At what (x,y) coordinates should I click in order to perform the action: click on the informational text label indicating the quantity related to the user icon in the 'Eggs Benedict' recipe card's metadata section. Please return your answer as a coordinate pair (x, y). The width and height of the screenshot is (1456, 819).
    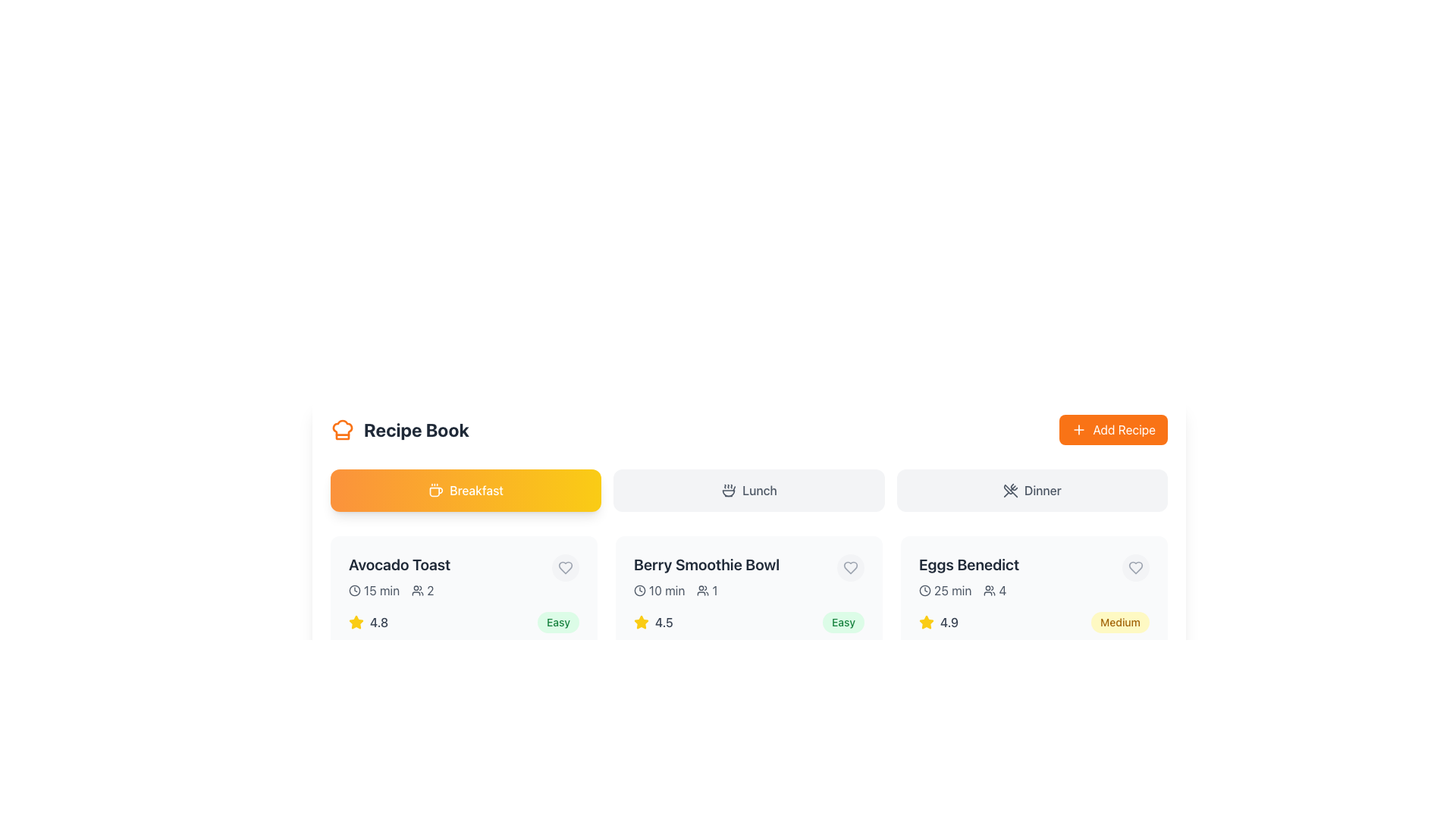
    Looking at the image, I should click on (1003, 590).